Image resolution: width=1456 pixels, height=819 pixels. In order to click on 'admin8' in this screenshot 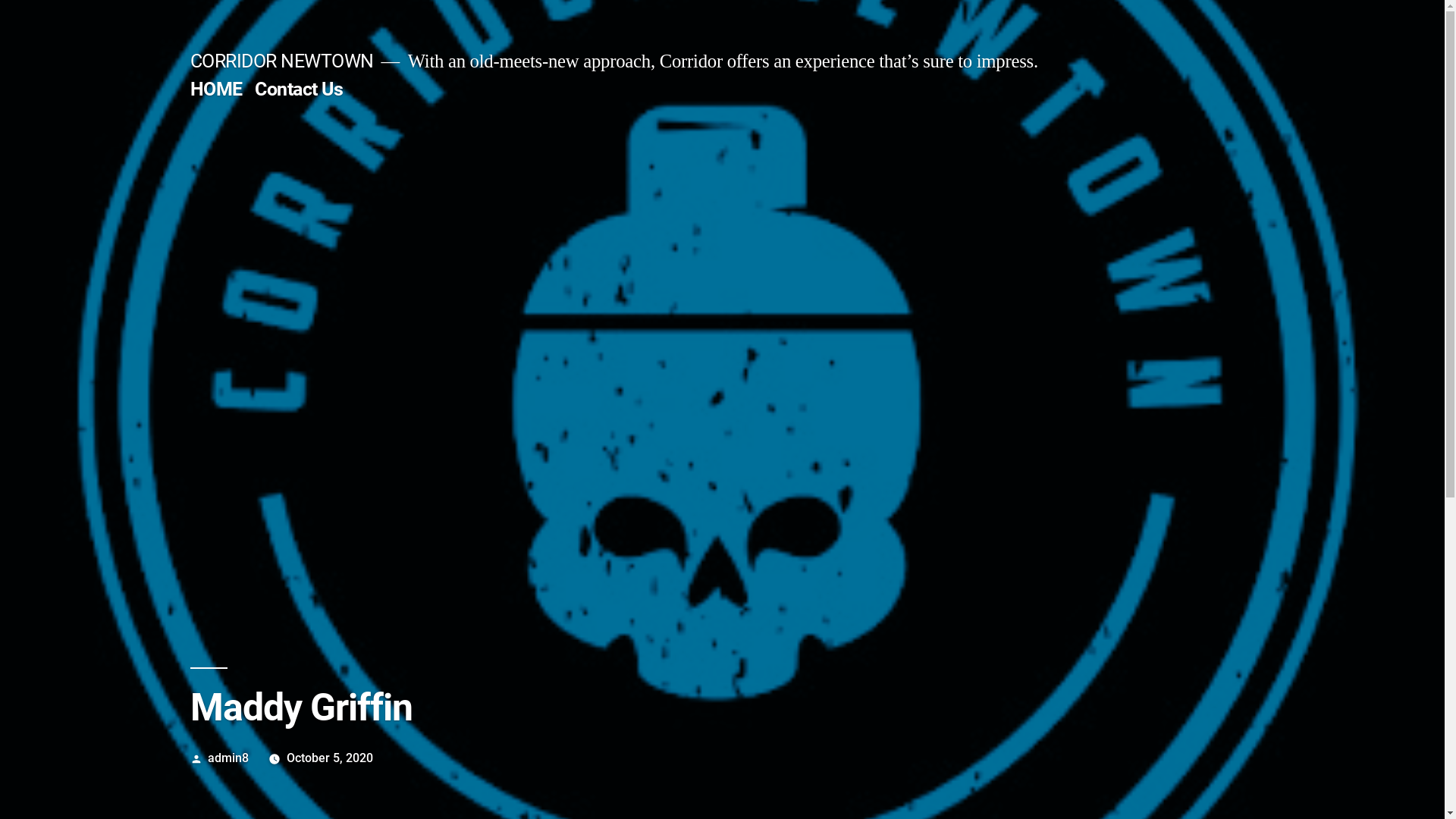, I will do `click(227, 758)`.